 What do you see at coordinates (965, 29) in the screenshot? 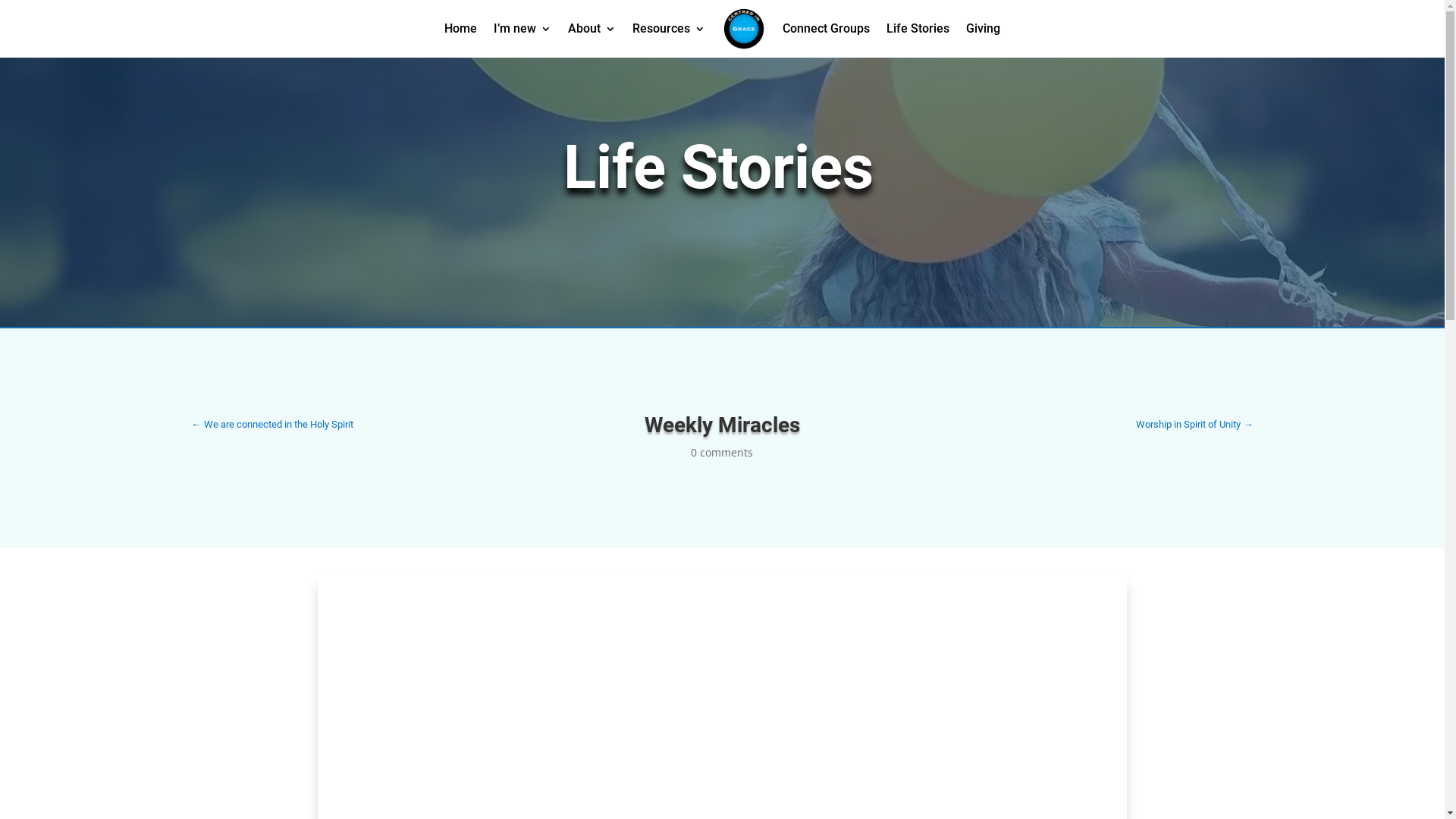
I see `'Giving'` at bounding box center [965, 29].